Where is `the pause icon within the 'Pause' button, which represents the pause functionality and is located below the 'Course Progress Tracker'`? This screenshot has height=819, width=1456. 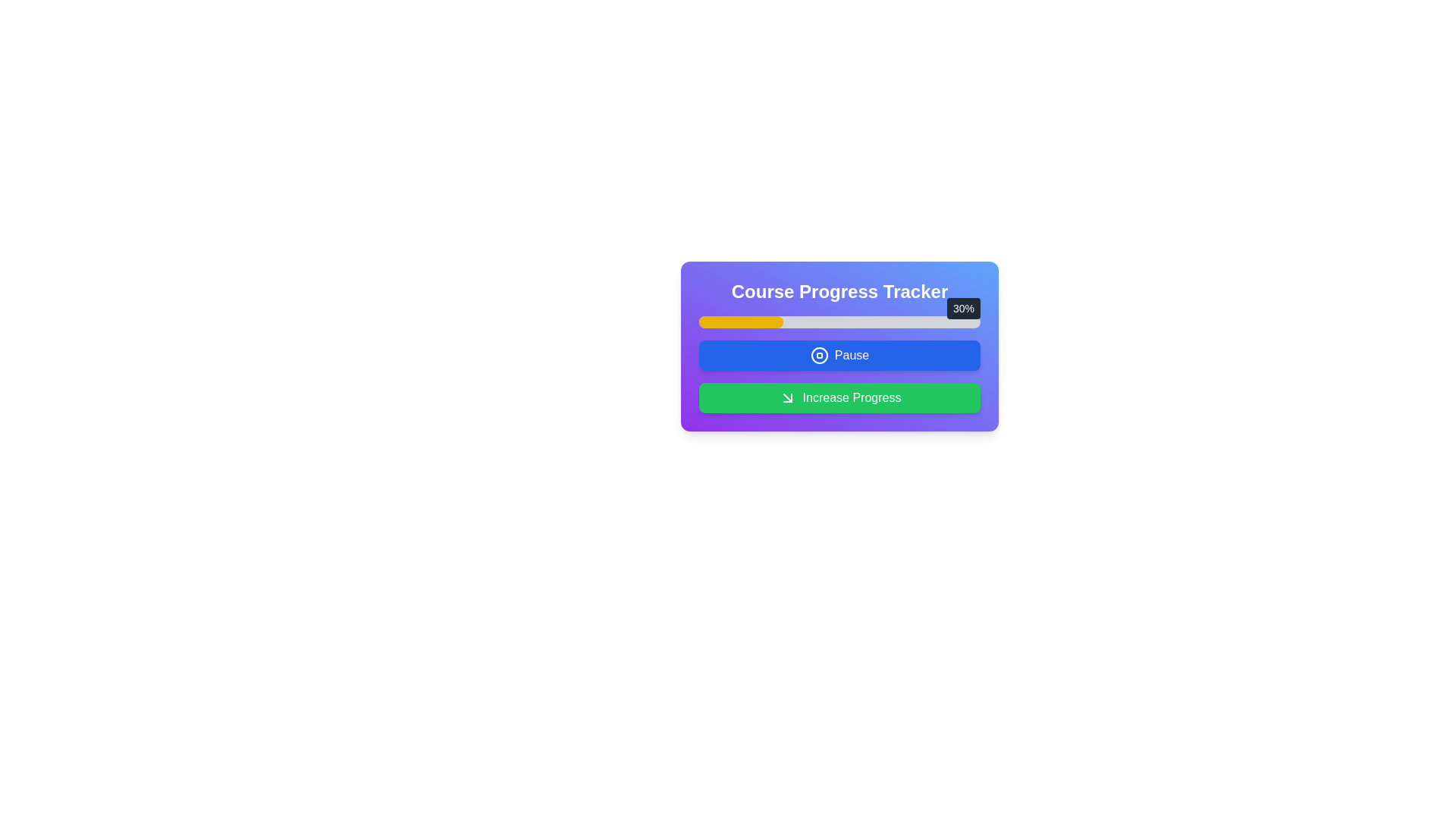 the pause icon within the 'Pause' button, which represents the pause functionality and is located below the 'Course Progress Tracker' is located at coordinates (818, 356).